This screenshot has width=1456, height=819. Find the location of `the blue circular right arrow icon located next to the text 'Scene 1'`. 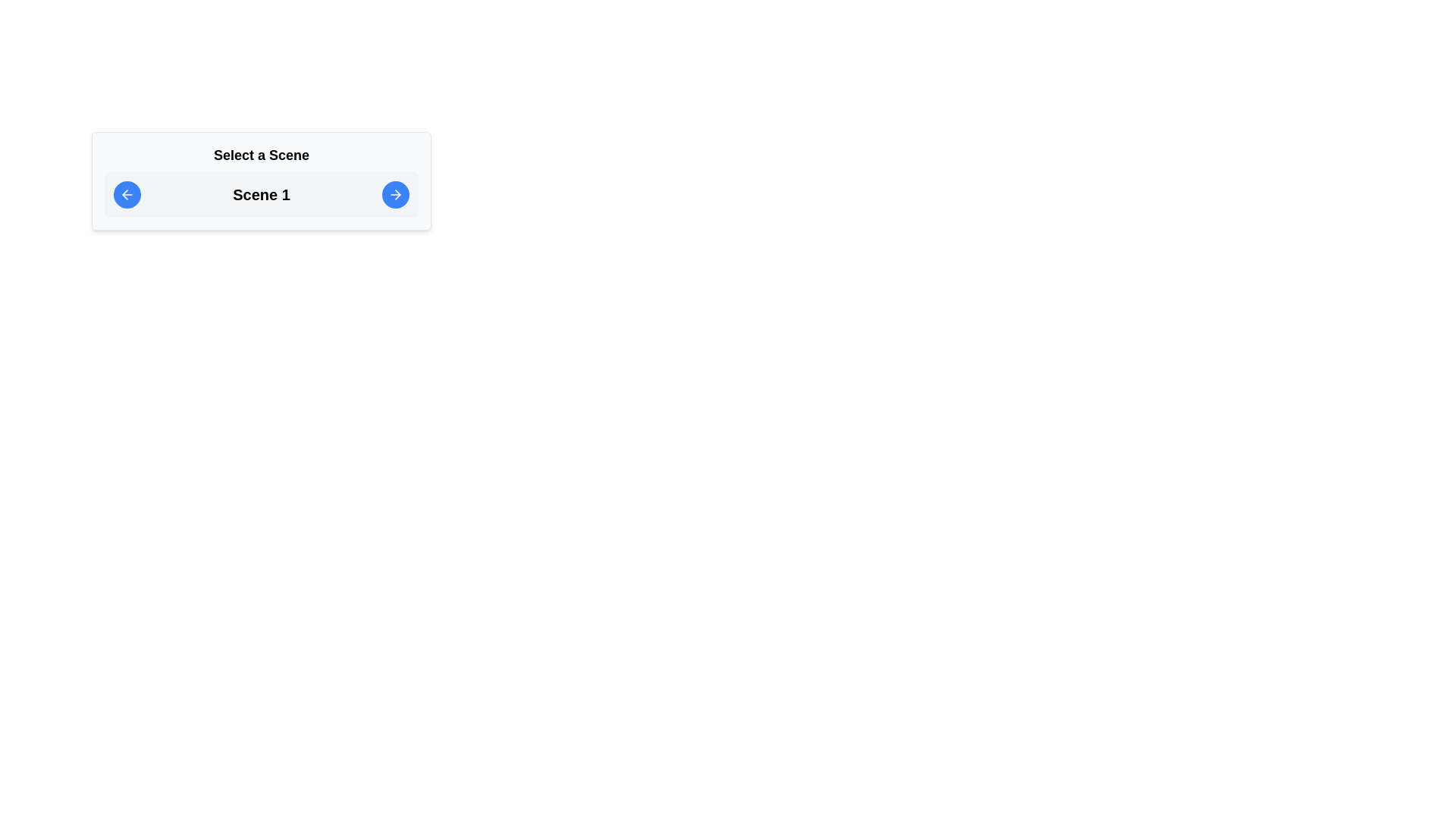

the blue circular right arrow icon located next to the text 'Scene 1' is located at coordinates (396, 194).